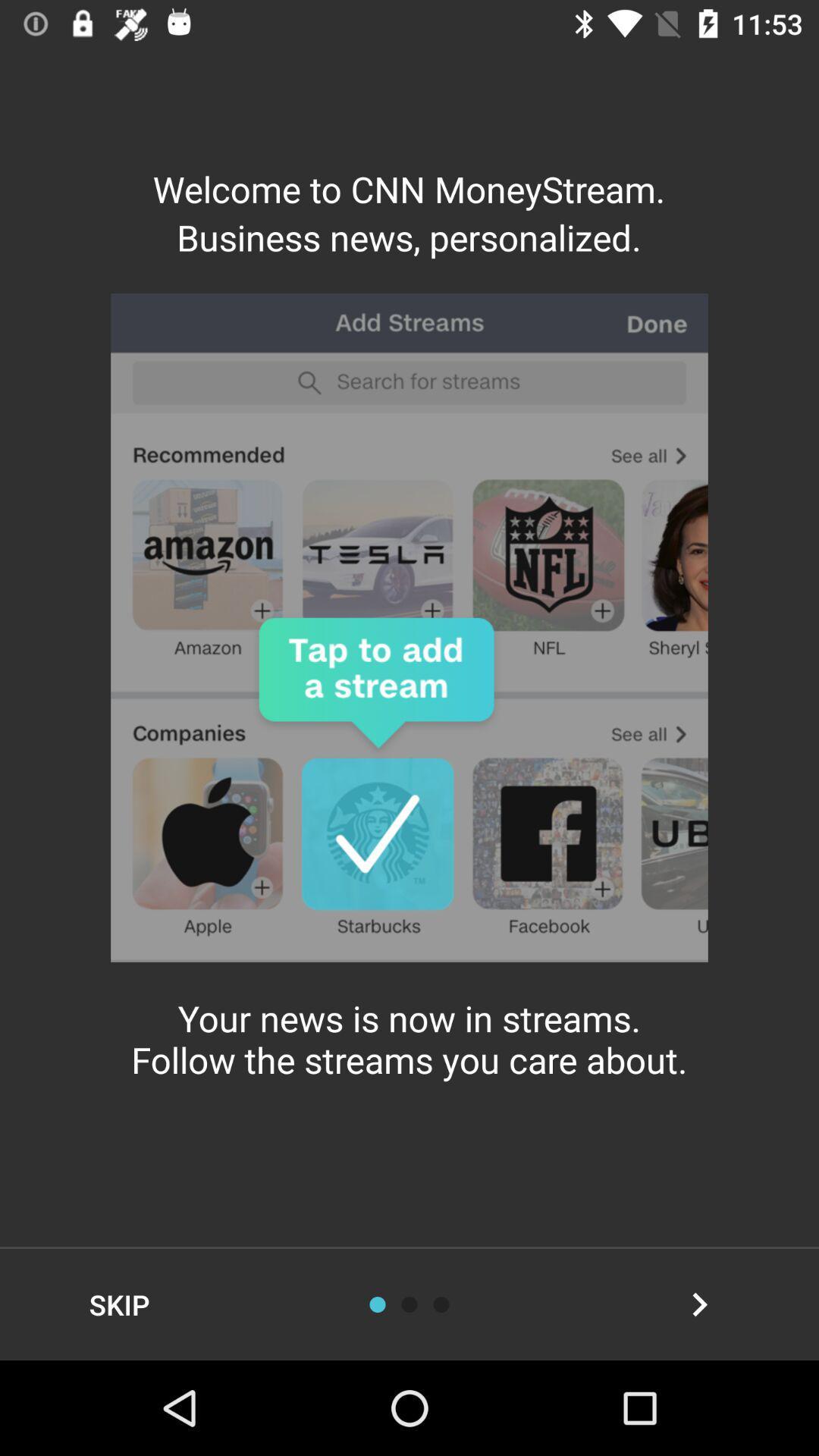 The height and width of the screenshot is (1456, 819). I want to click on the item at the bottom left corner, so click(118, 1304).